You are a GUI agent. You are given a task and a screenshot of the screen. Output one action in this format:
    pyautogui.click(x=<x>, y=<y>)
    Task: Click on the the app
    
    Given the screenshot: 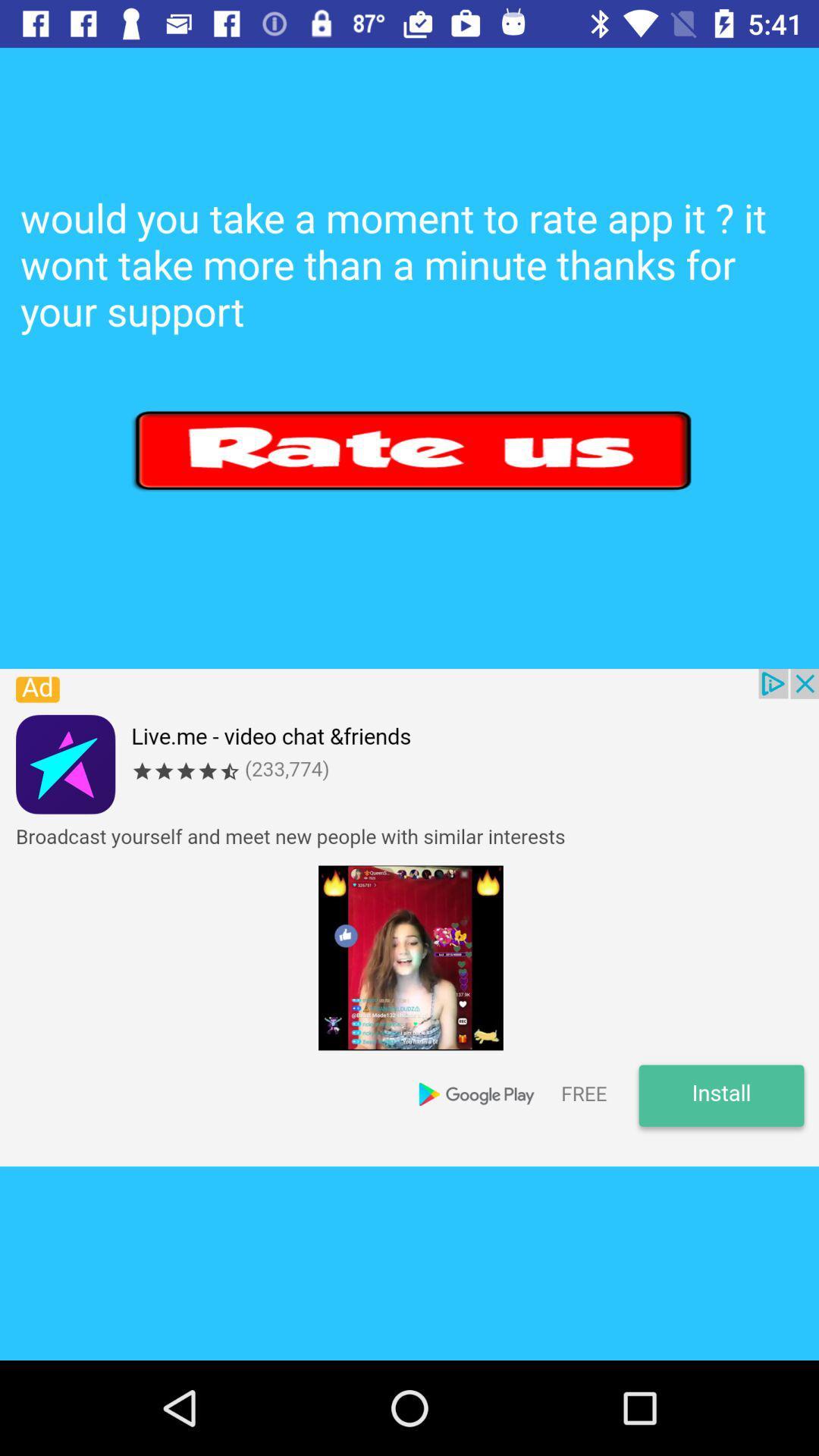 What is the action you would take?
    pyautogui.click(x=409, y=917)
    